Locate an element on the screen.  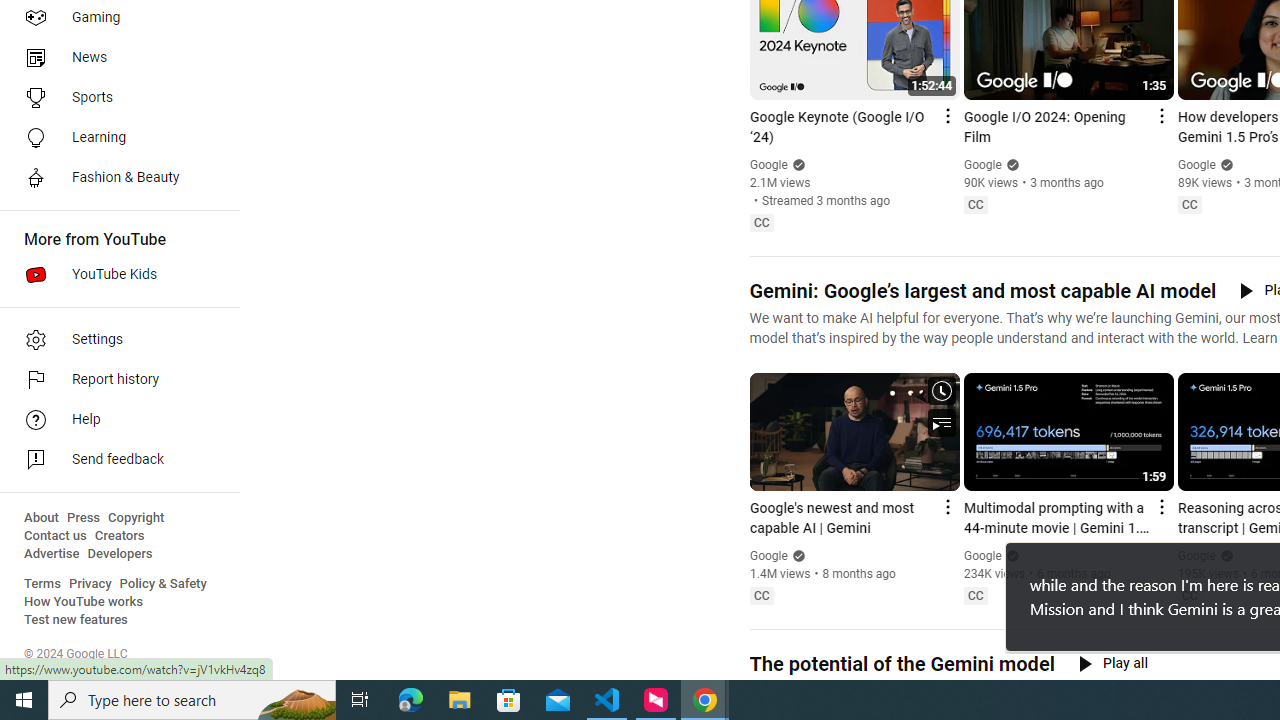
'How YouTube works' is located at coordinates (82, 601).